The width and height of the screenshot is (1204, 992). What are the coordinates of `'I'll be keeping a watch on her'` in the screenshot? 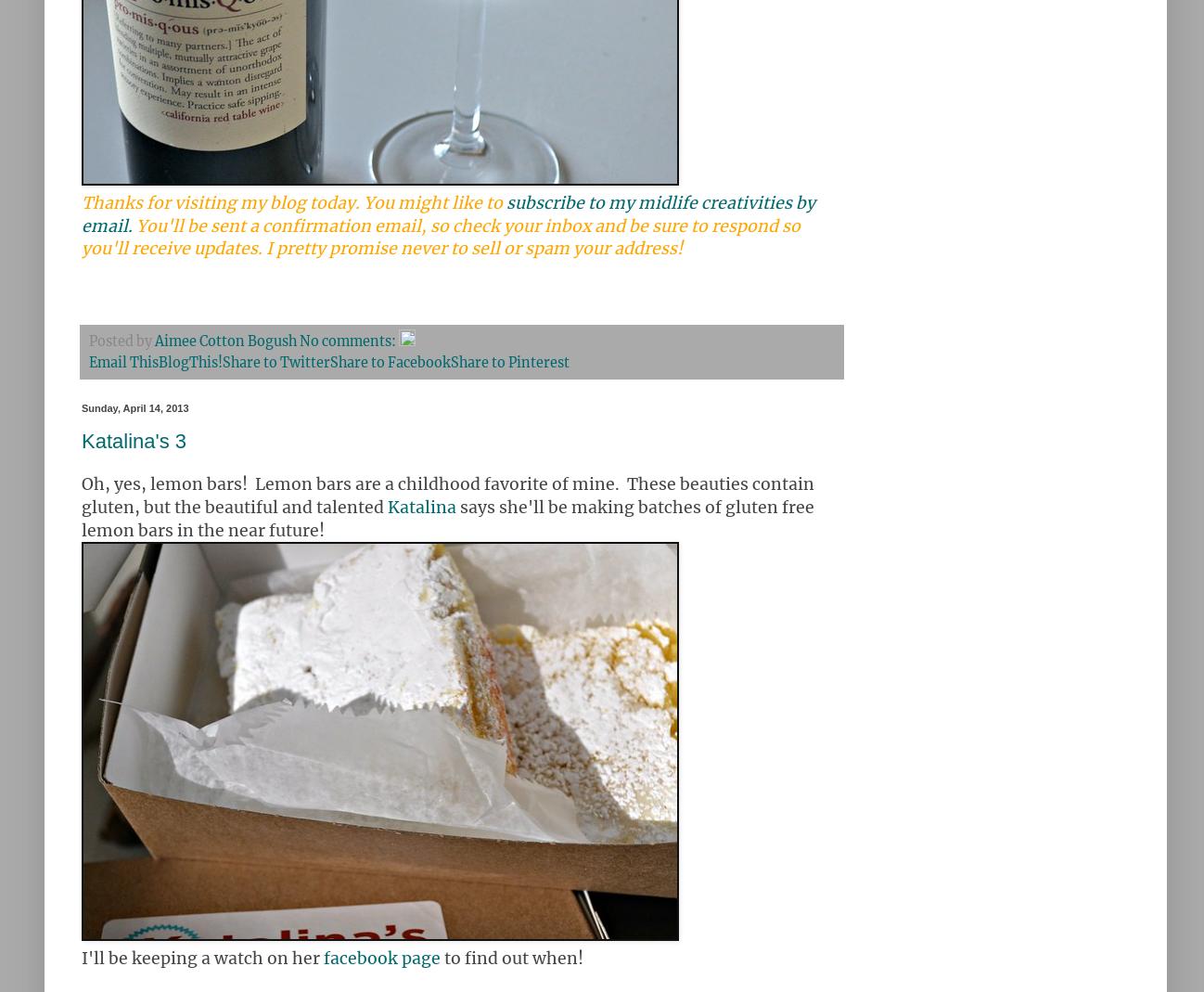 It's located at (202, 958).